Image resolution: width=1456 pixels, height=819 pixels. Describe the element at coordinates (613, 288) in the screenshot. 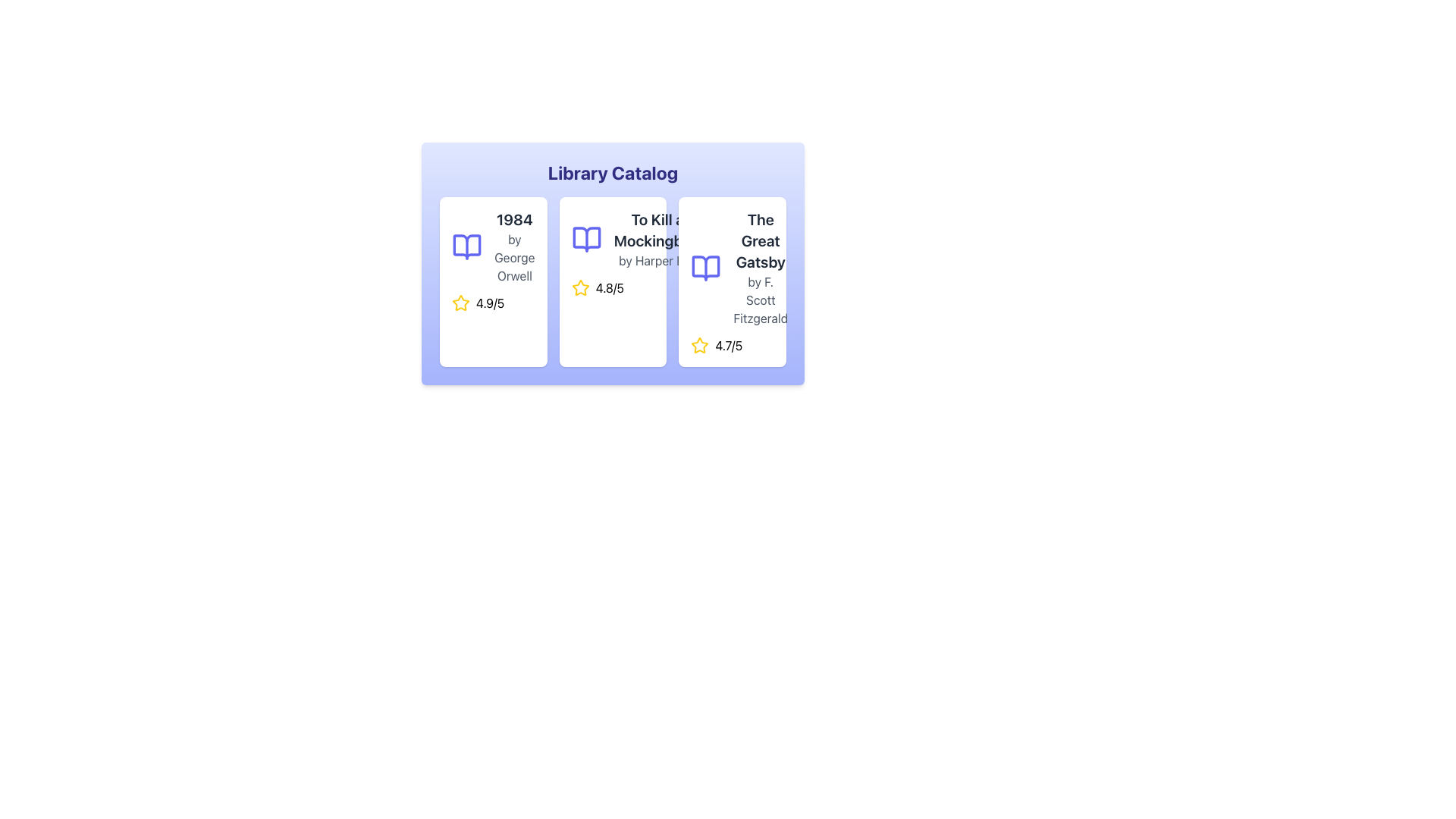

I see `the rating display showing '4.8/5' next to a yellow star icon` at that location.